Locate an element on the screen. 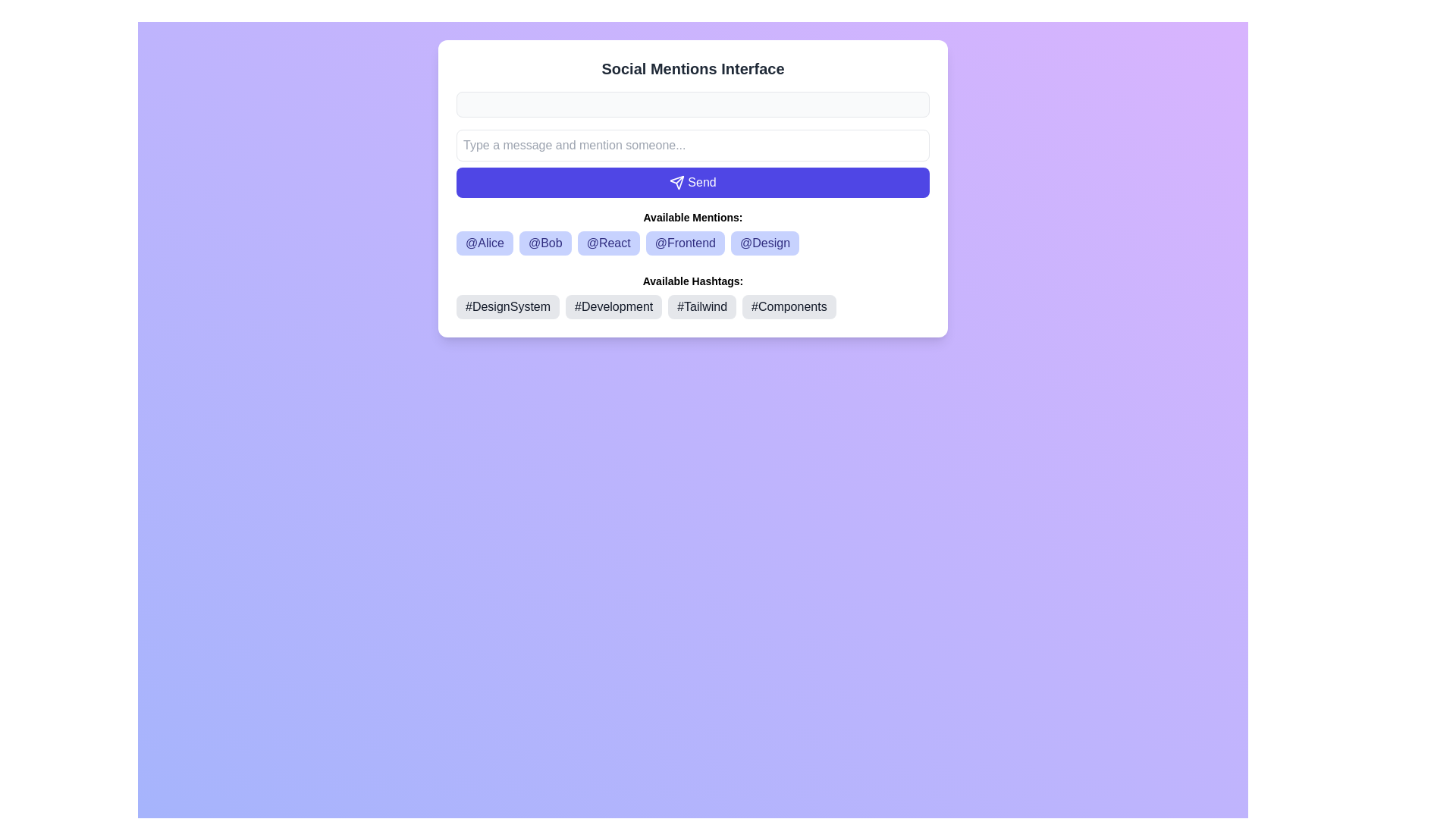 This screenshot has width=1456, height=819. one of the hashtags in the group of labels styled as buttons located at the bottom section of the white card in the 'Social Mentions Interface', directly below the 'Available Hashtags:' label is located at coordinates (692, 307).